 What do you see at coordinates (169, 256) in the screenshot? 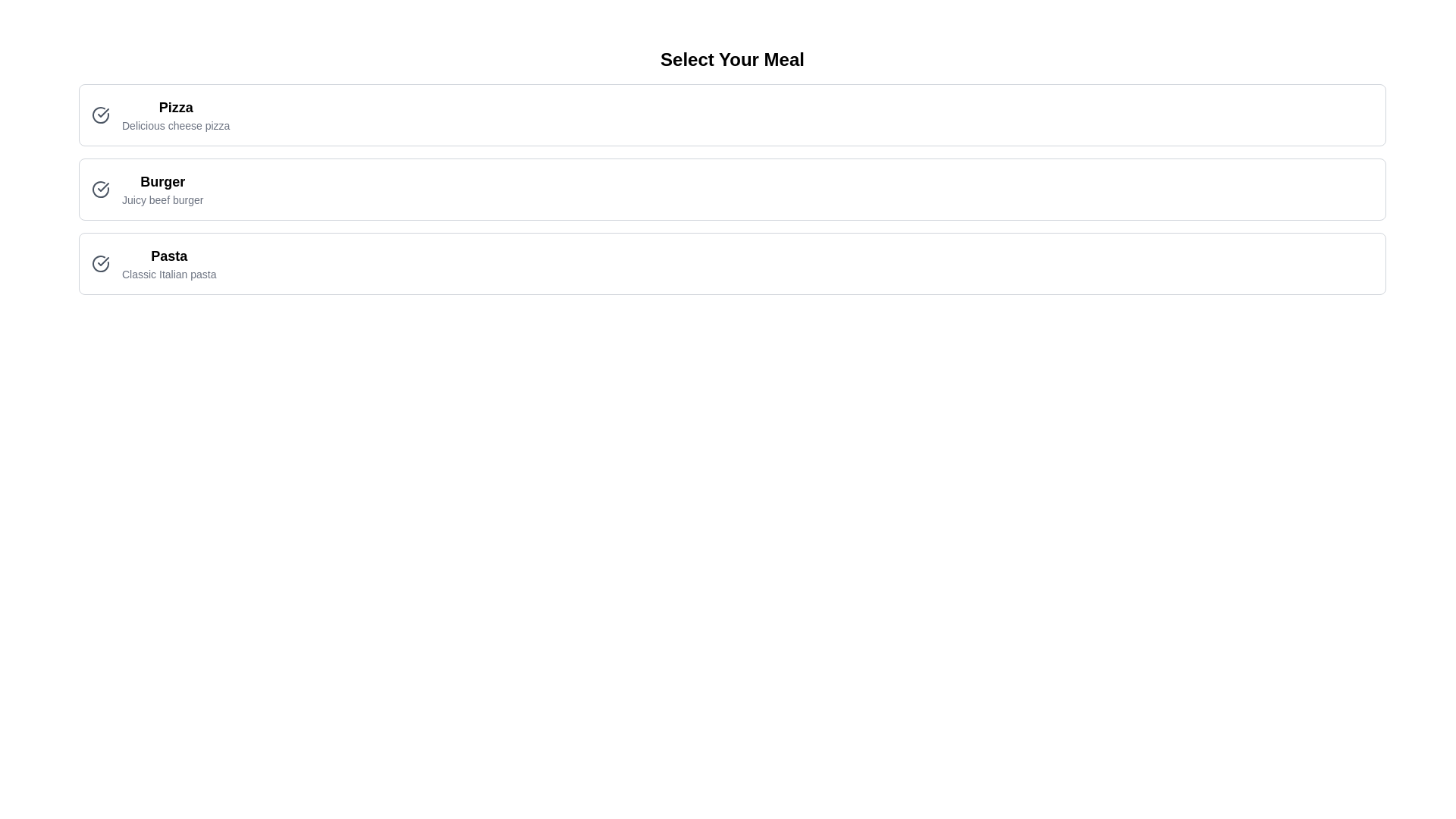
I see `the 'Pasta' meal selection title text label, which is the main descriptor for the corresponding meal option located at the top of the third section in a vertical list` at bounding box center [169, 256].